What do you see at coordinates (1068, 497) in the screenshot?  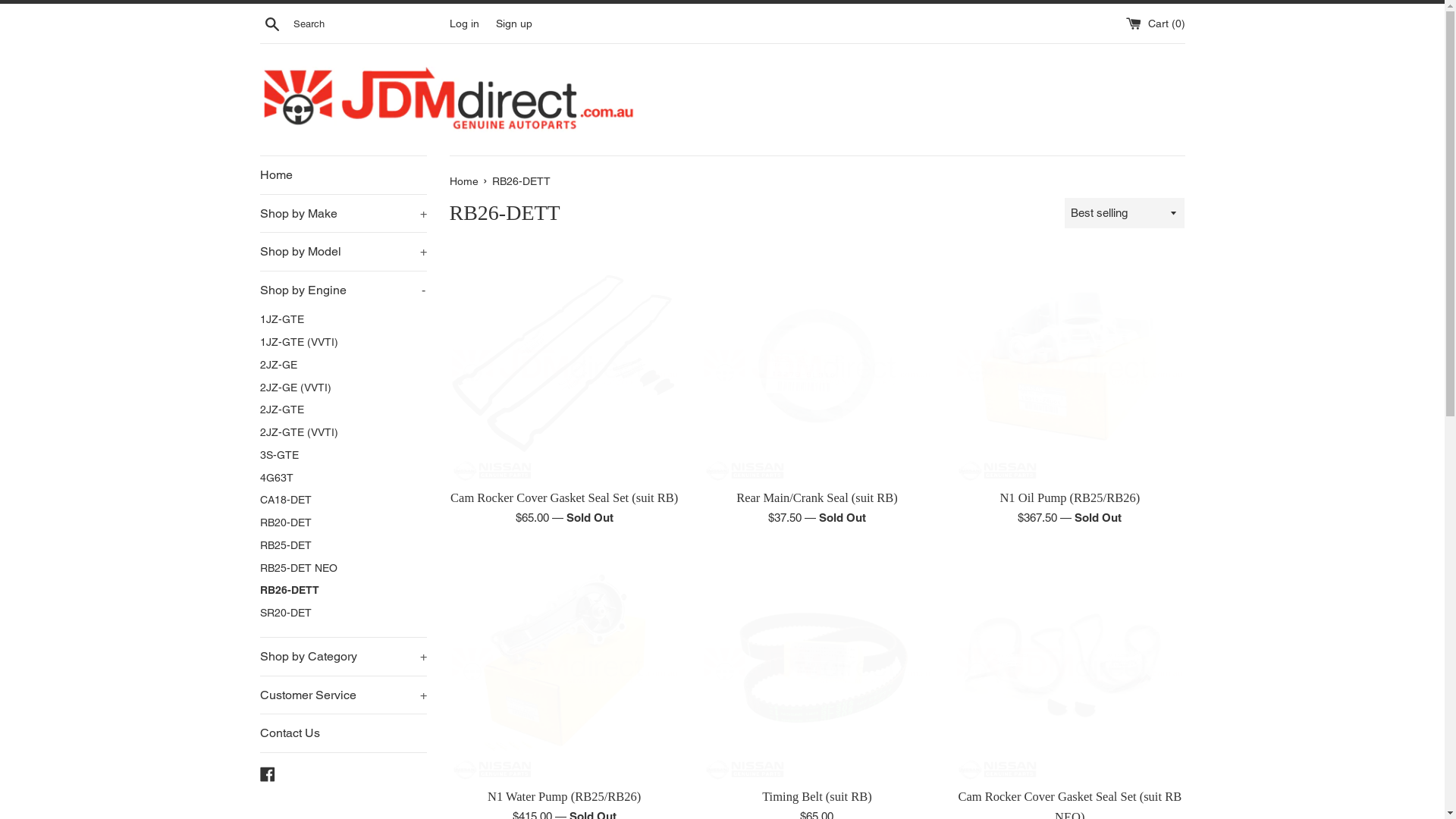 I see `'N1 Oil Pump (RB25/RB26)'` at bounding box center [1068, 497].